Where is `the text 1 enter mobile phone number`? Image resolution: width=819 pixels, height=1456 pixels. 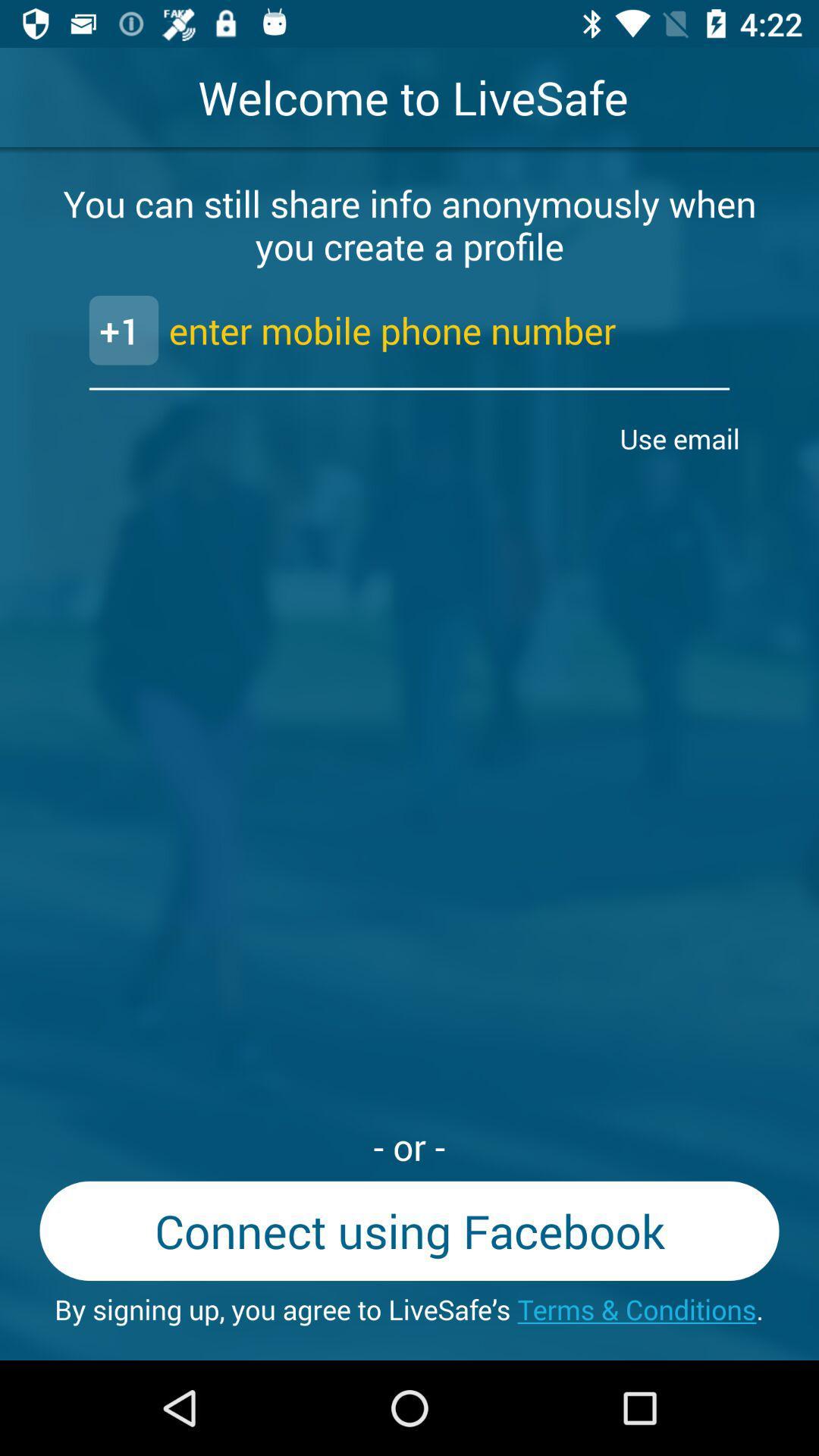
the text 1 enter mobile phone number is located at coordinates (409, 330).